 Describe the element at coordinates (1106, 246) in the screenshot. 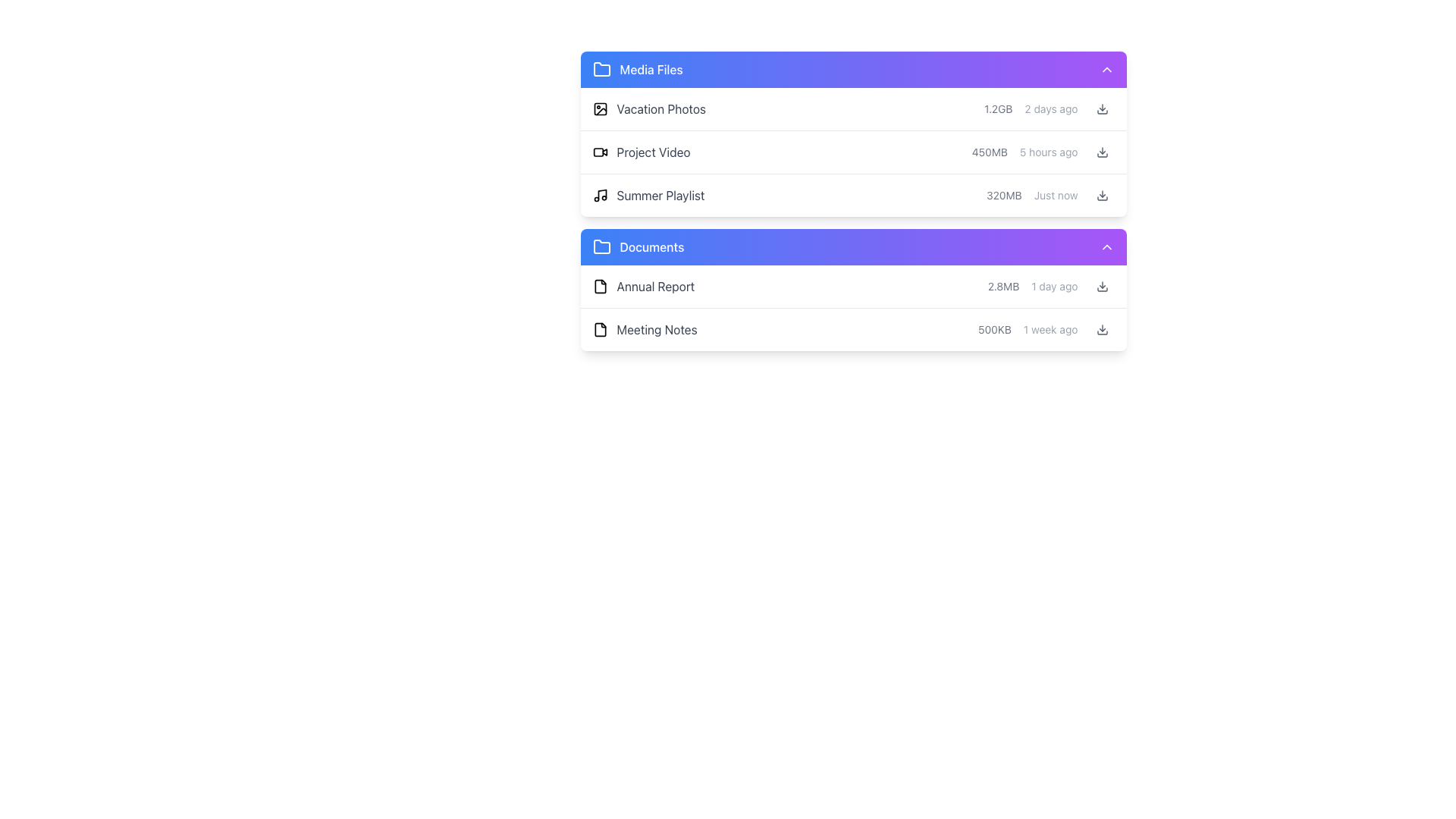

I see `the downward-facing chevron icon with a white stroke on a purple gradient background in the 'Documents' section header` at that location.